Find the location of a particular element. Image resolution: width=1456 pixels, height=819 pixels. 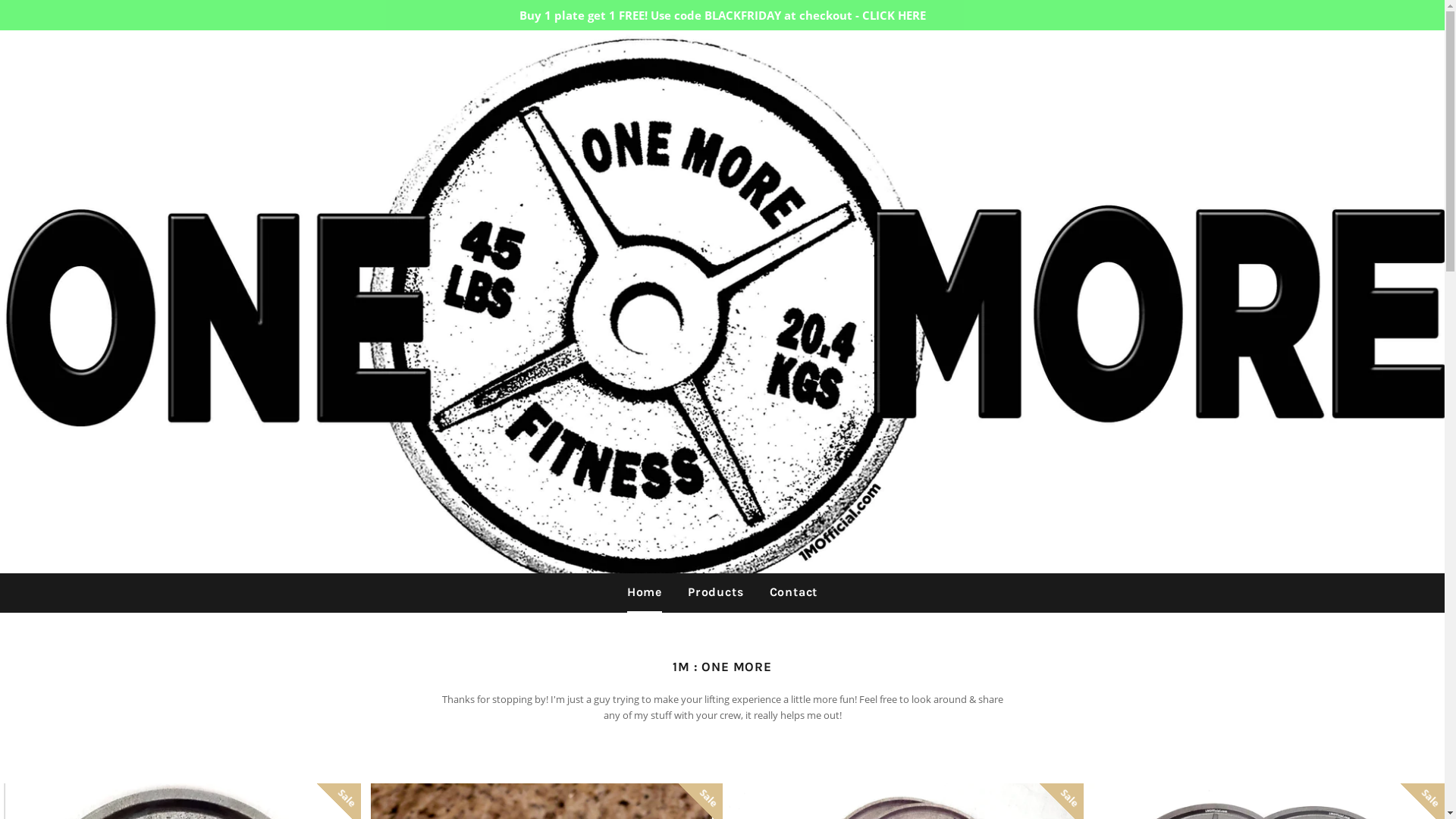

'Menu' is located at coordinates (24, 55).